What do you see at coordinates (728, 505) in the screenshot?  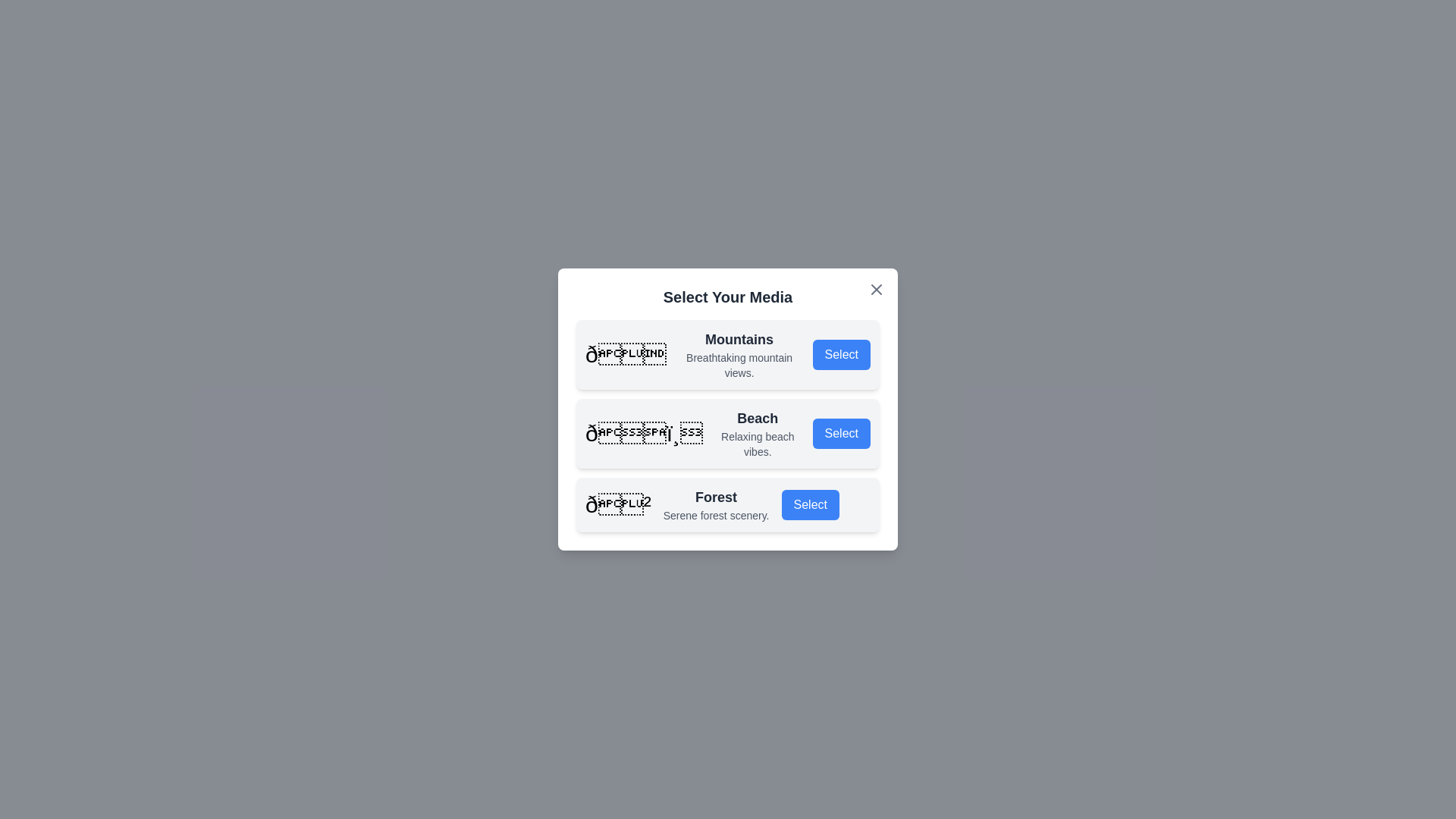 I see `the media option titled Forest to inspect its details visually` at bounding box center [728, 505].